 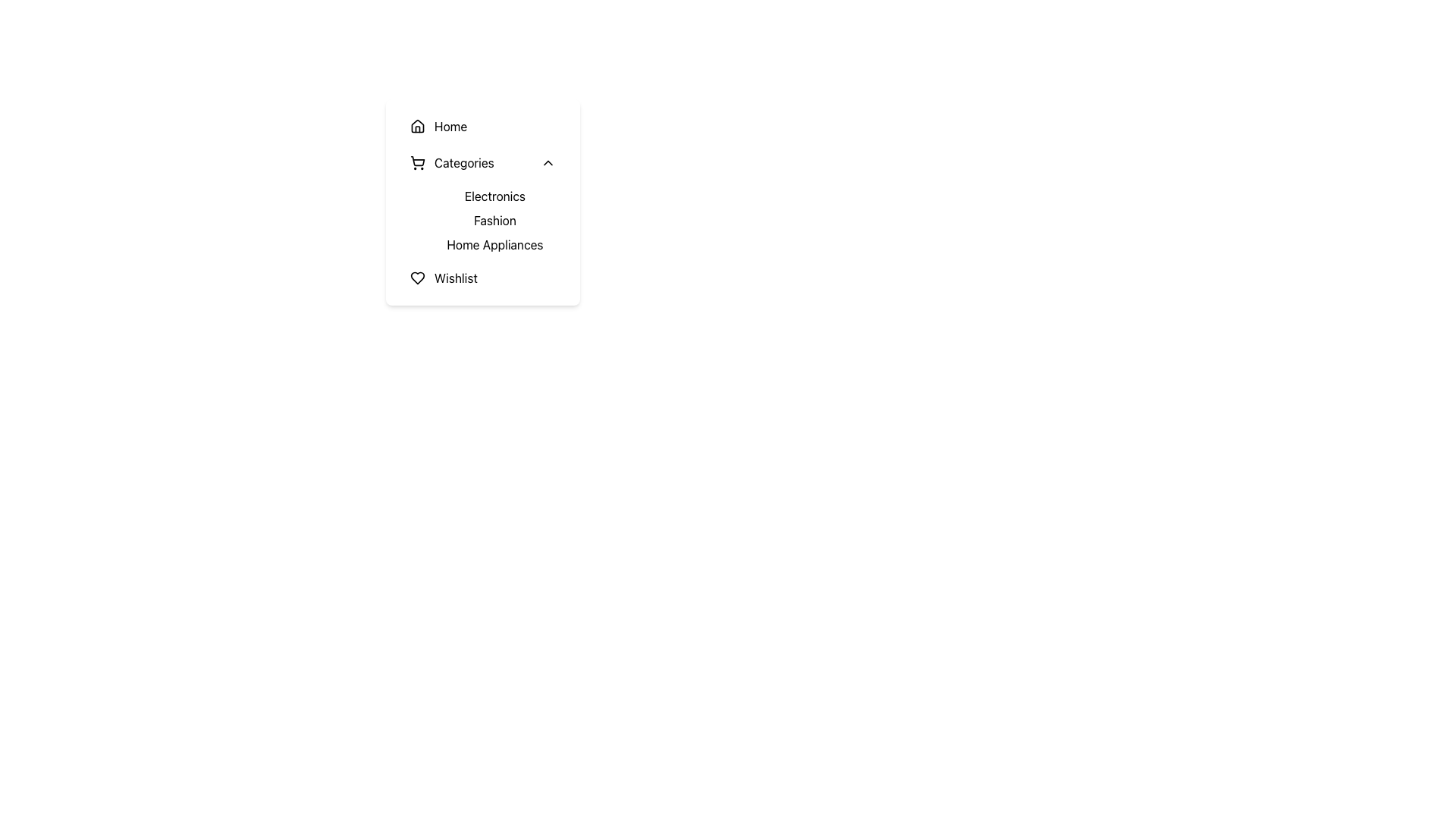 I want to click on the shopping cart vector icon, which is part of a vertical menu layout beside the 'Categories' text label, so click(x=418, y=161).